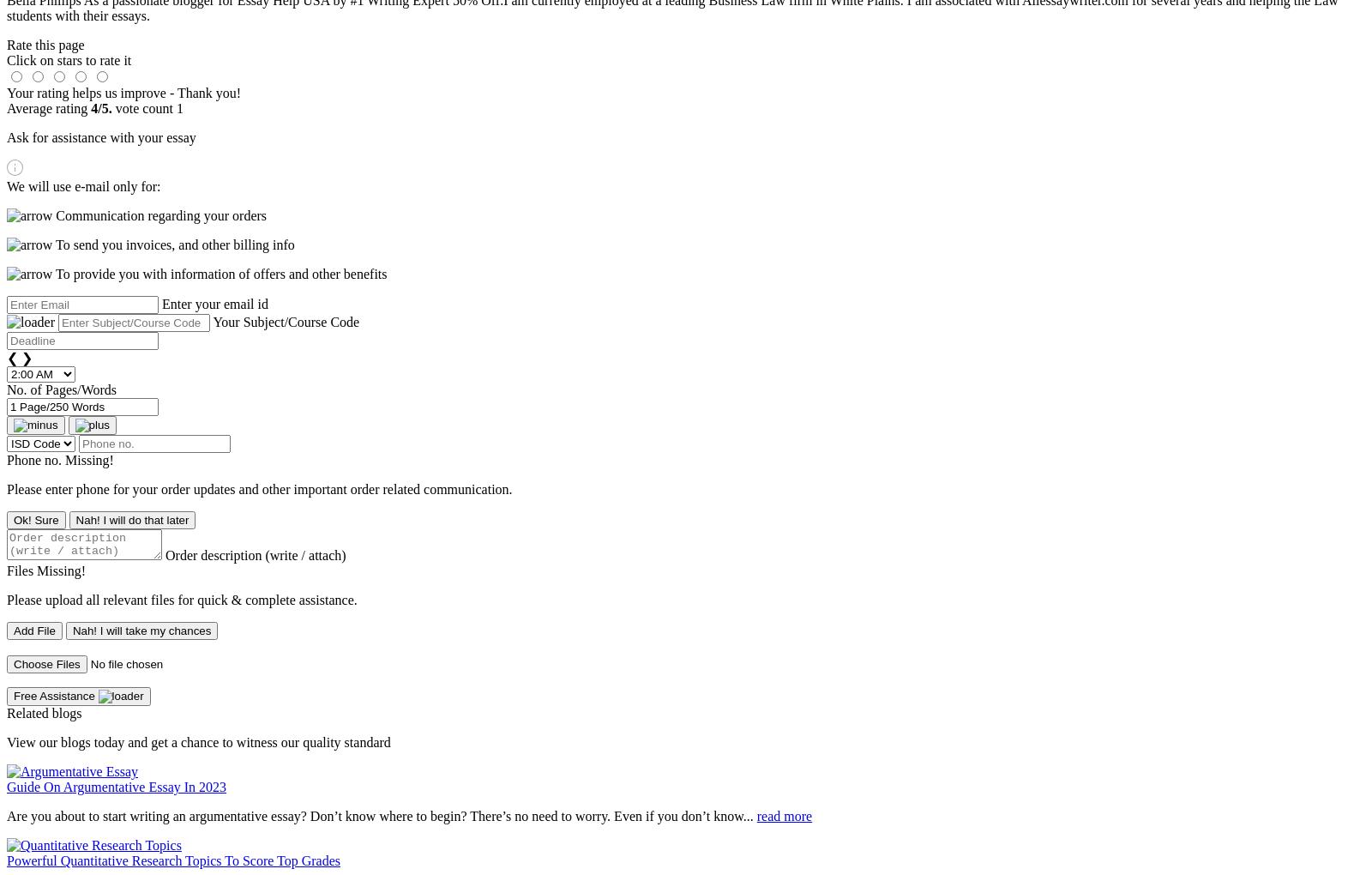 This screenshot has height=875, width=1372. What do you see at coordinates (182, 599) in the screenshot?
I see `'Please upload all relevant files for quick & complete assistance.'` at bounding box center [182, 599].